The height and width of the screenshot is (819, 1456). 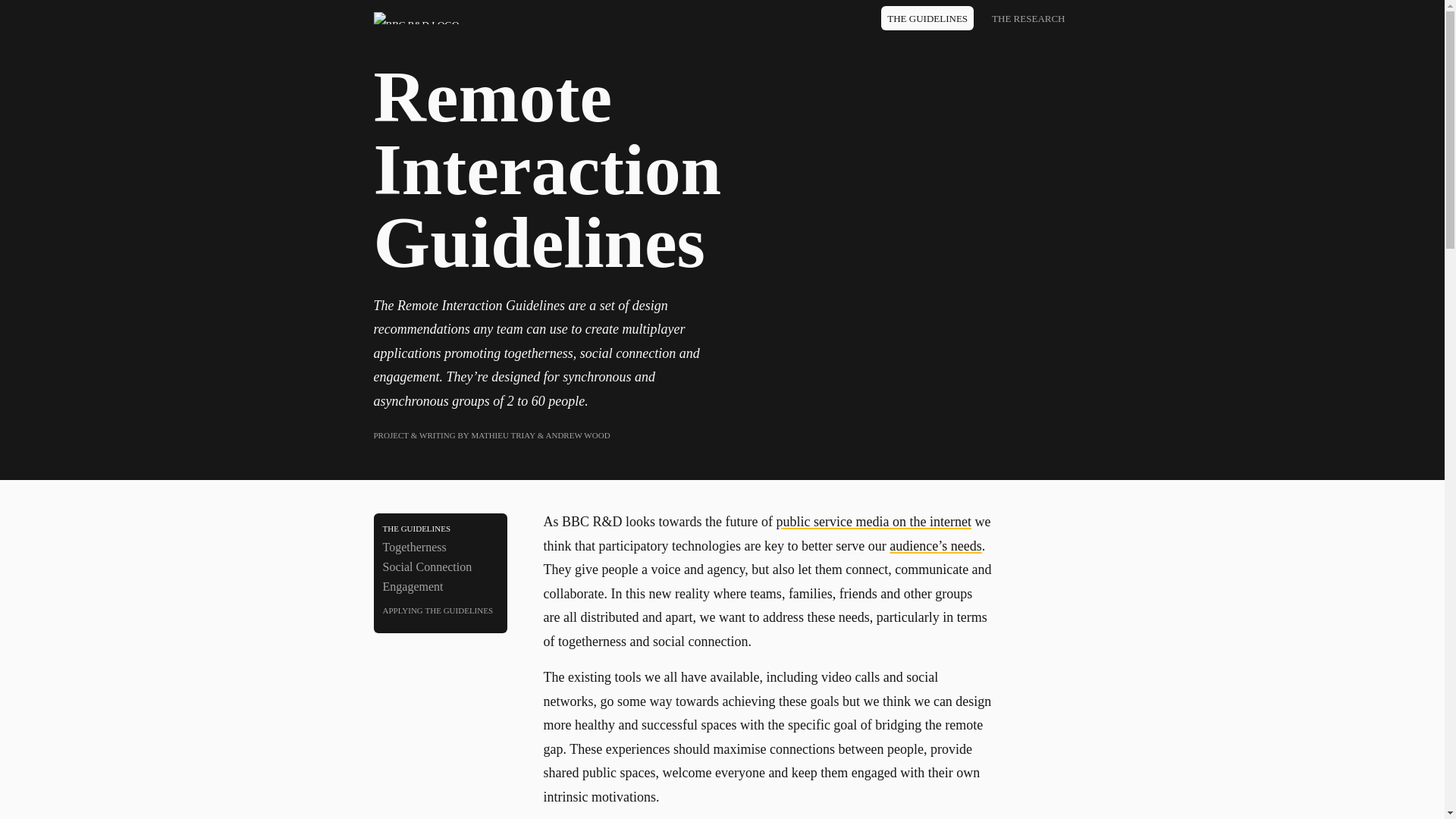 I want to click on 'The Guidelines', so click(x=927, y=17).